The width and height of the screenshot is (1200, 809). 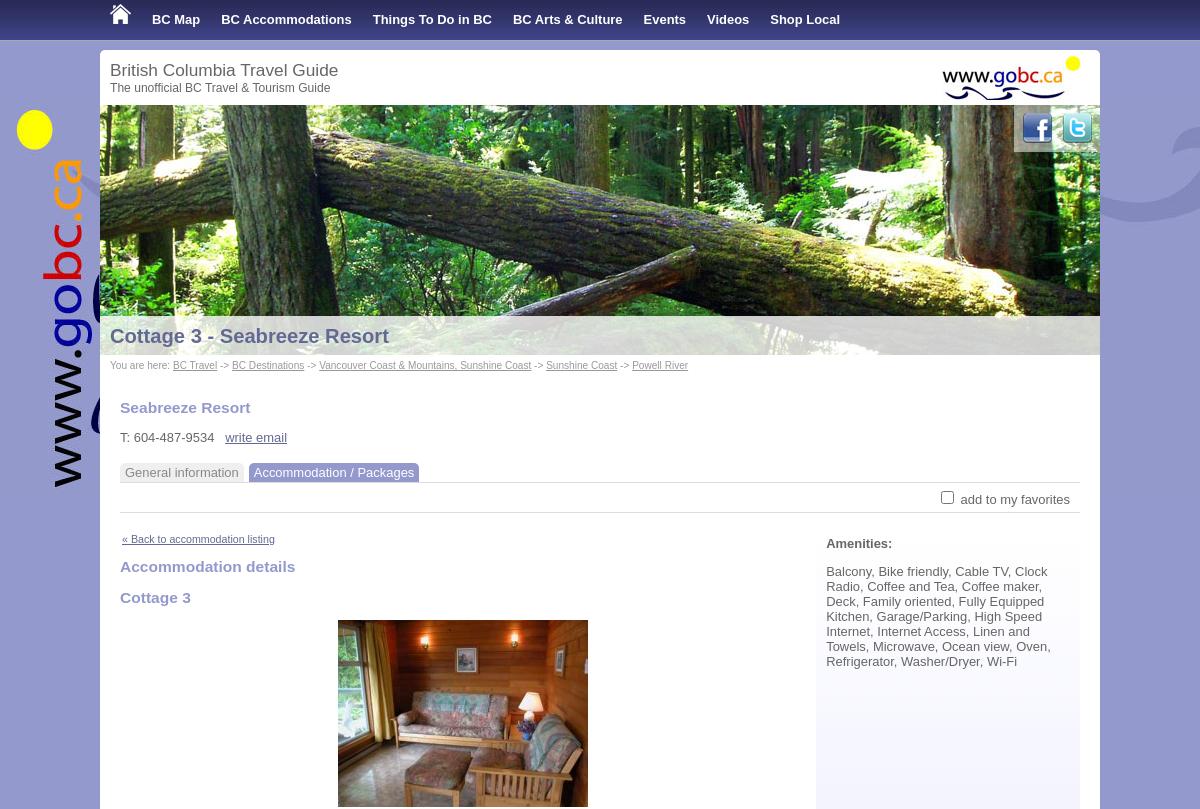 What do you see at coordinates (938, 615) in the screenshot?
I see `'Balcony,   Bike friendly,   Cable TV,   Clock Radio,   Coffee and Tea,   Coffee maker,   Deck,   Family oriented,   Fully Equipped Kitchen,   Garage/Parking,   High Speed Internet,   Internet Access,   Linen and Towels,   Microwave,   Ocean view,   Oven,   Refrigerator,   Washer/Dryer,   Wi-Fi'` at bounding box center [938, 615].